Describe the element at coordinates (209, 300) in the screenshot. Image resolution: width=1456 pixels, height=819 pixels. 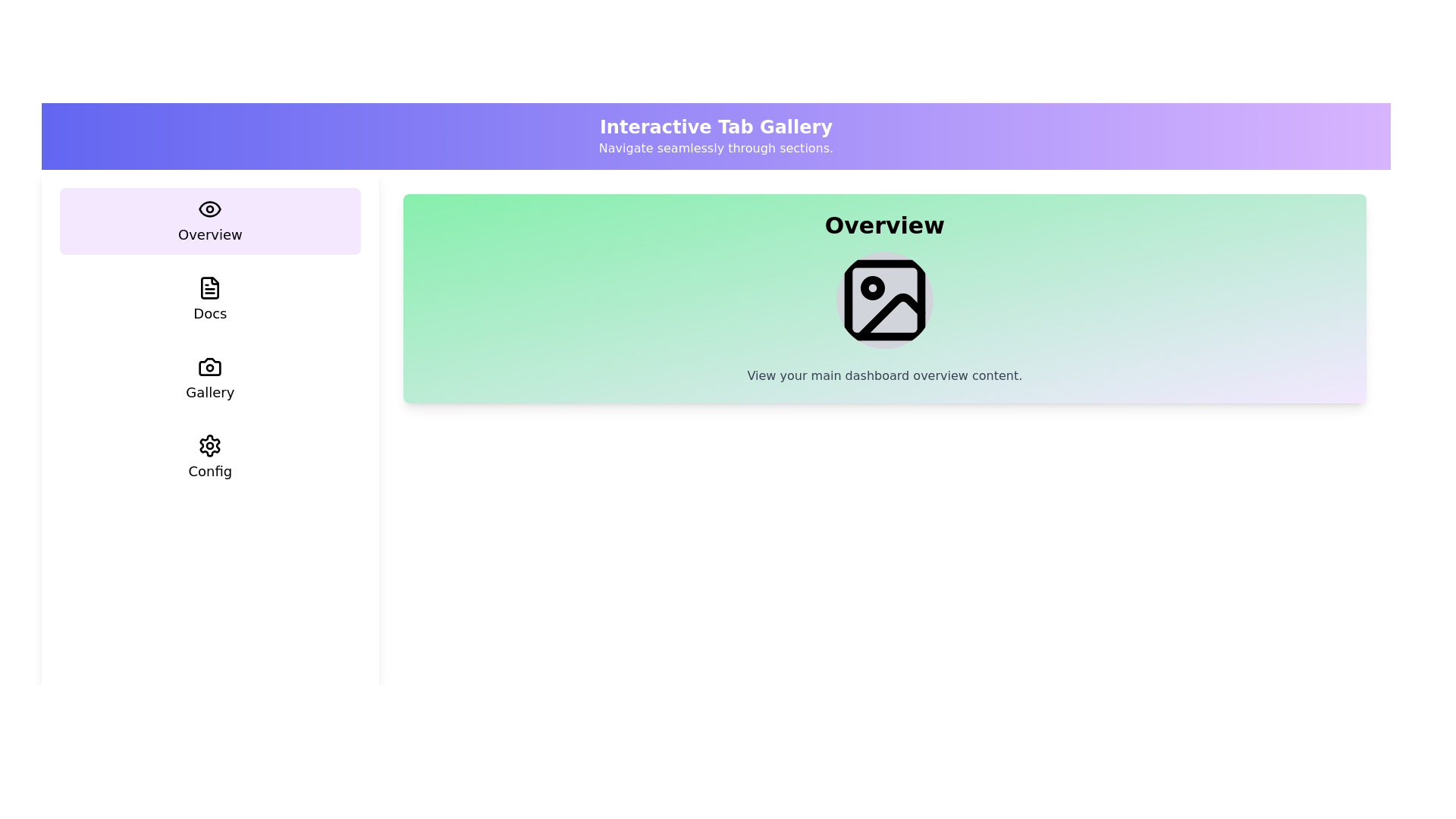
I see `the tab named Docs by clicking its icon` at that location.